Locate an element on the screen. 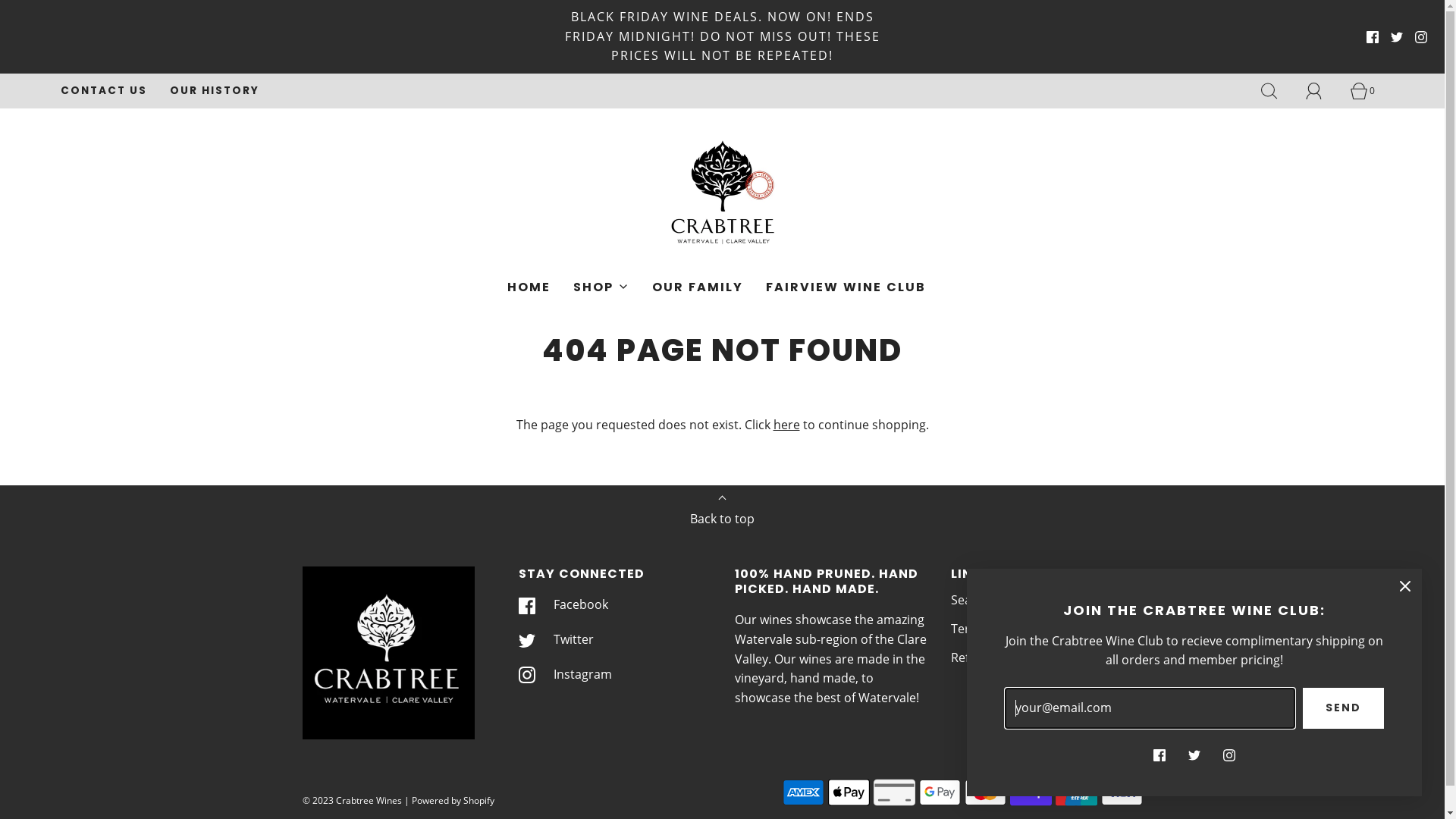 The image size is (1456, 819). 'CONTACT US' is located at coordinates (61, 90).